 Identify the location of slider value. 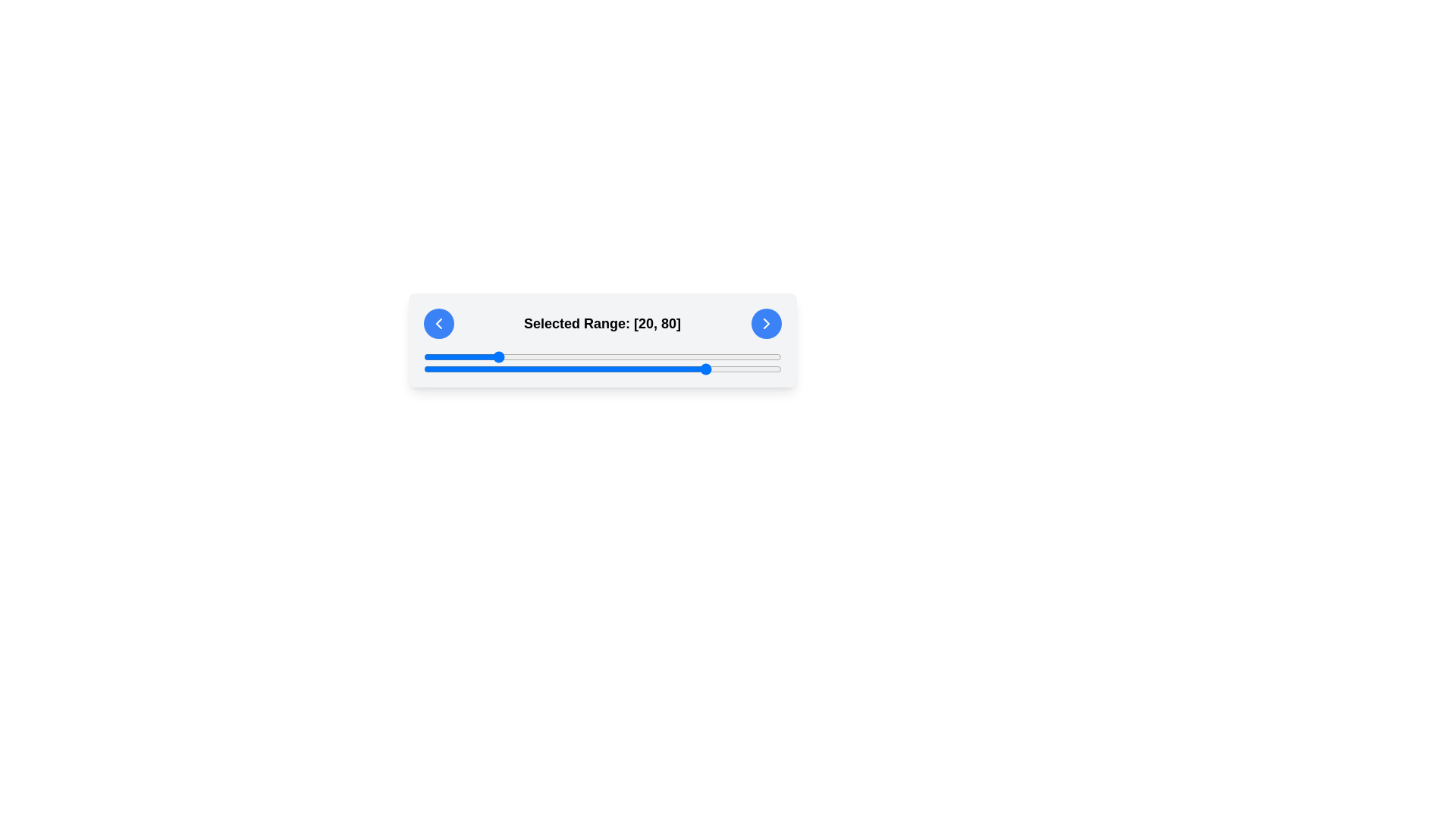
(756, 356).